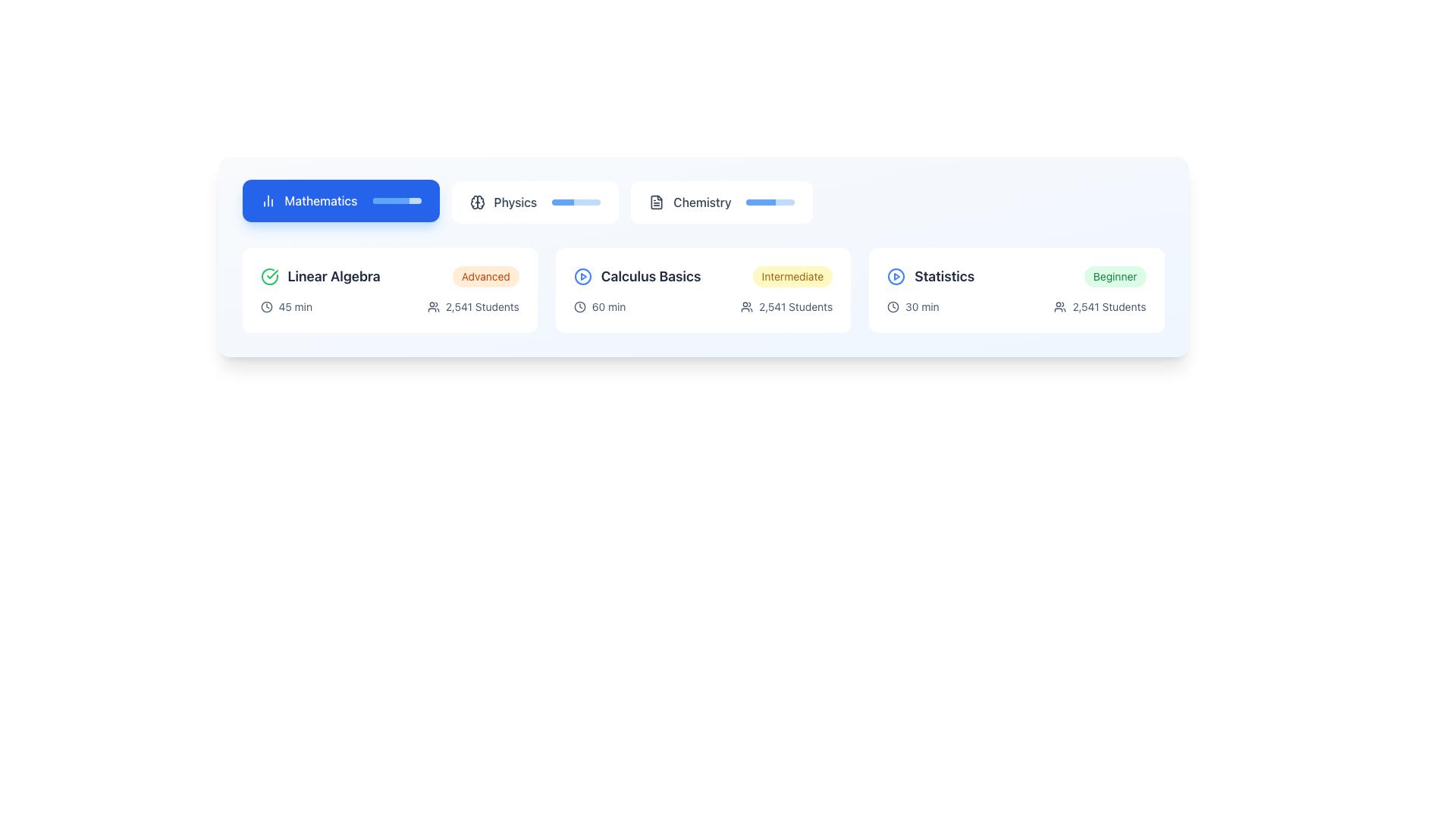 The height and width of the screenshot is (819, 1456). I want to click on the informational Text Label displaying the number of students engaged with the course, located in the 'Statistics' course panel, aligned right of the people icon, so click(1109, 307).